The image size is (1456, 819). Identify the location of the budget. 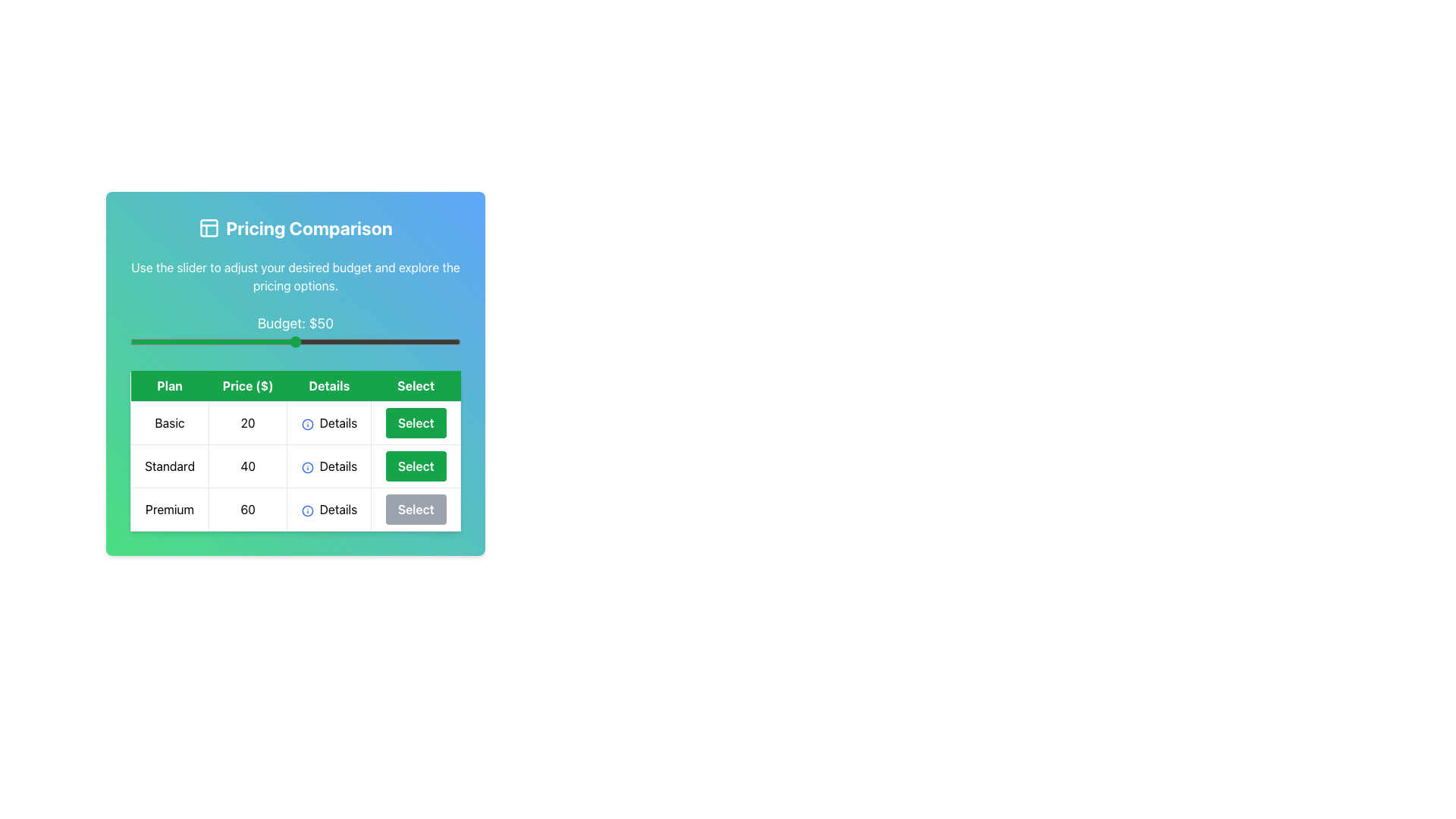
(265, 342).